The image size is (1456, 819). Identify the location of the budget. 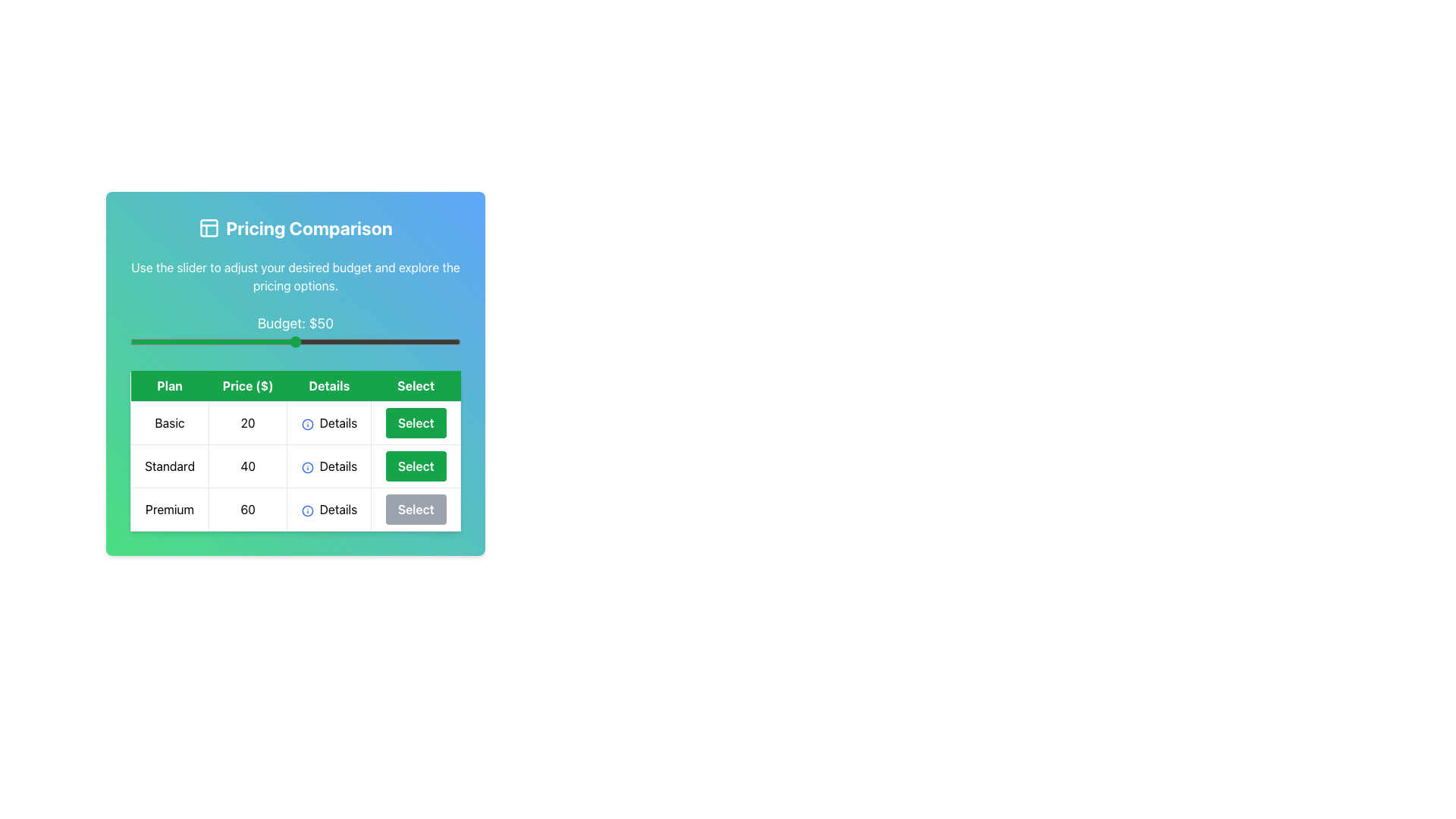
(265, 342).